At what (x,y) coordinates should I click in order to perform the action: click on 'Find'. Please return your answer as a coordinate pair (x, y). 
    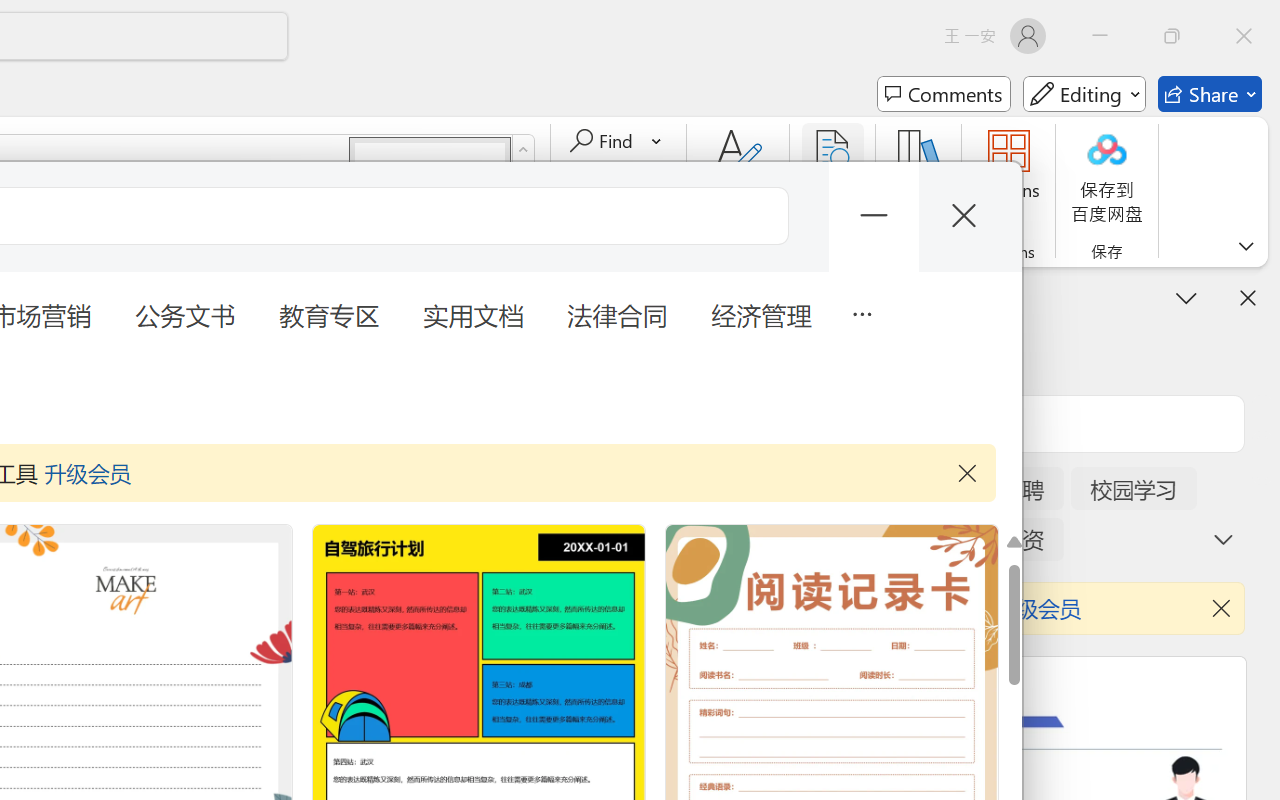
    Looking at the image, I should click on (615, 141).